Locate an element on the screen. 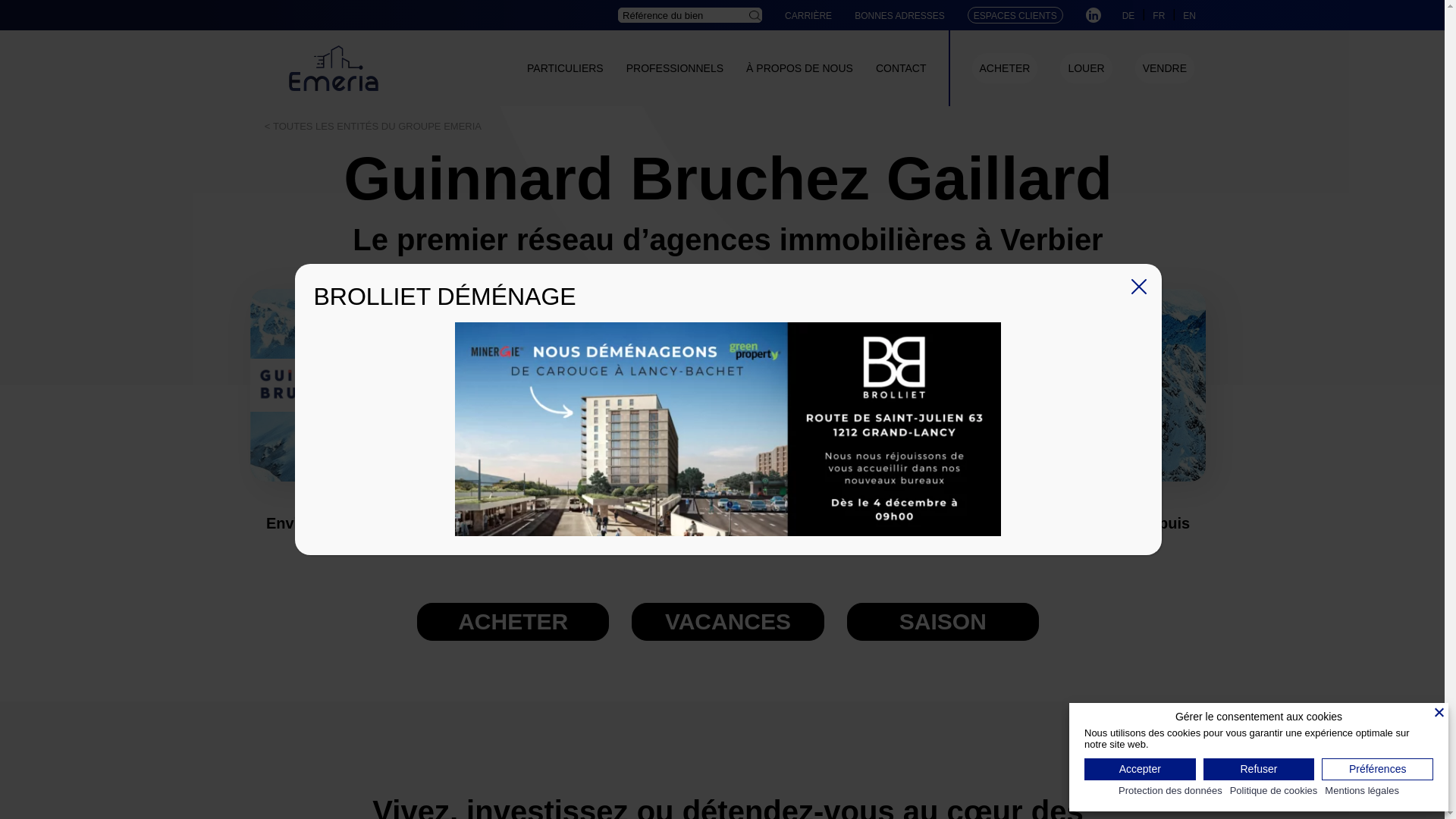 This screenshot has width=1456, height=819. 'PARTICULIERS' is located at coordinates (564, 67).